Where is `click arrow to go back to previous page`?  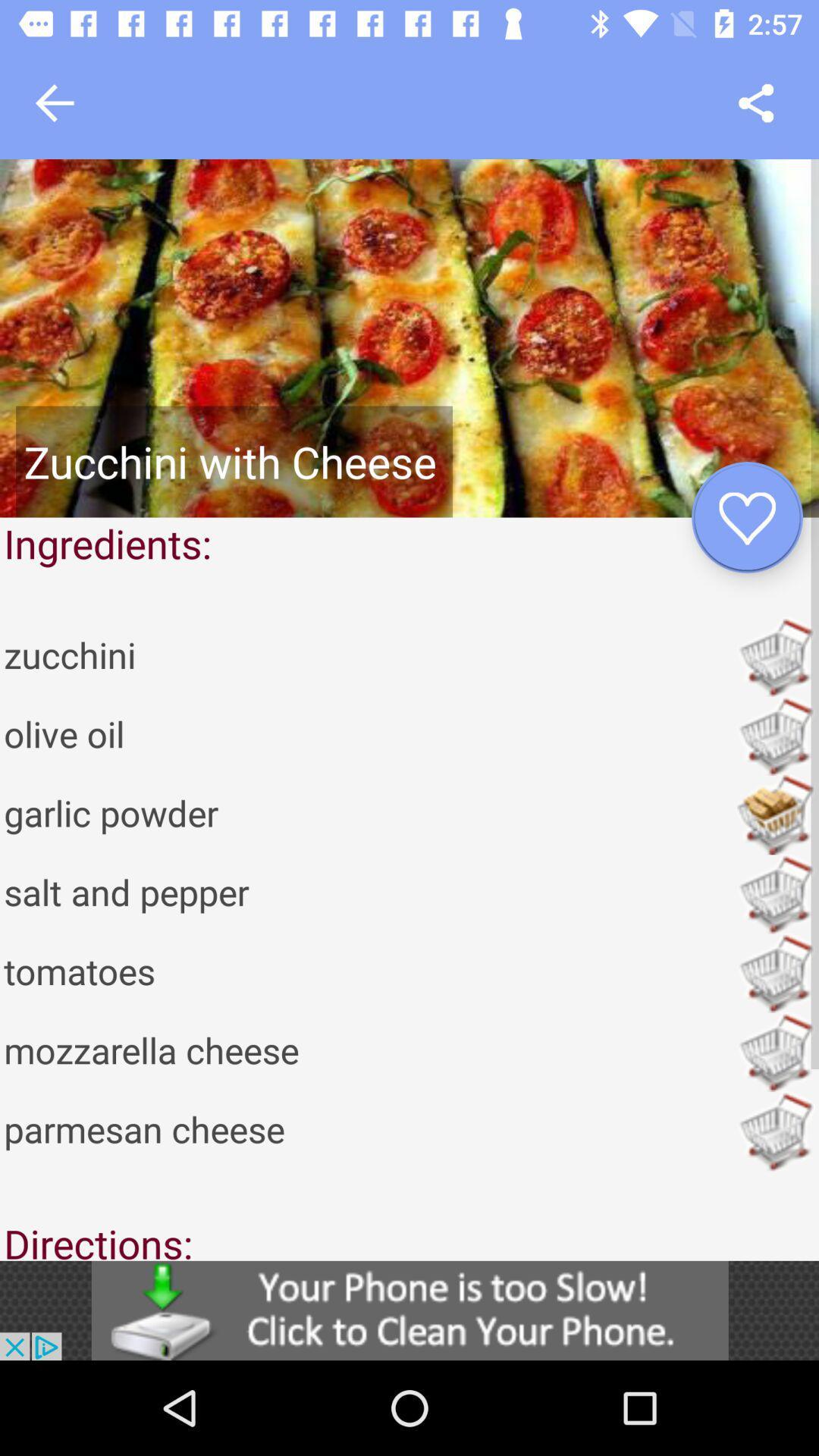 click arrow to go back to previous page is located at coordinates (54, 102).